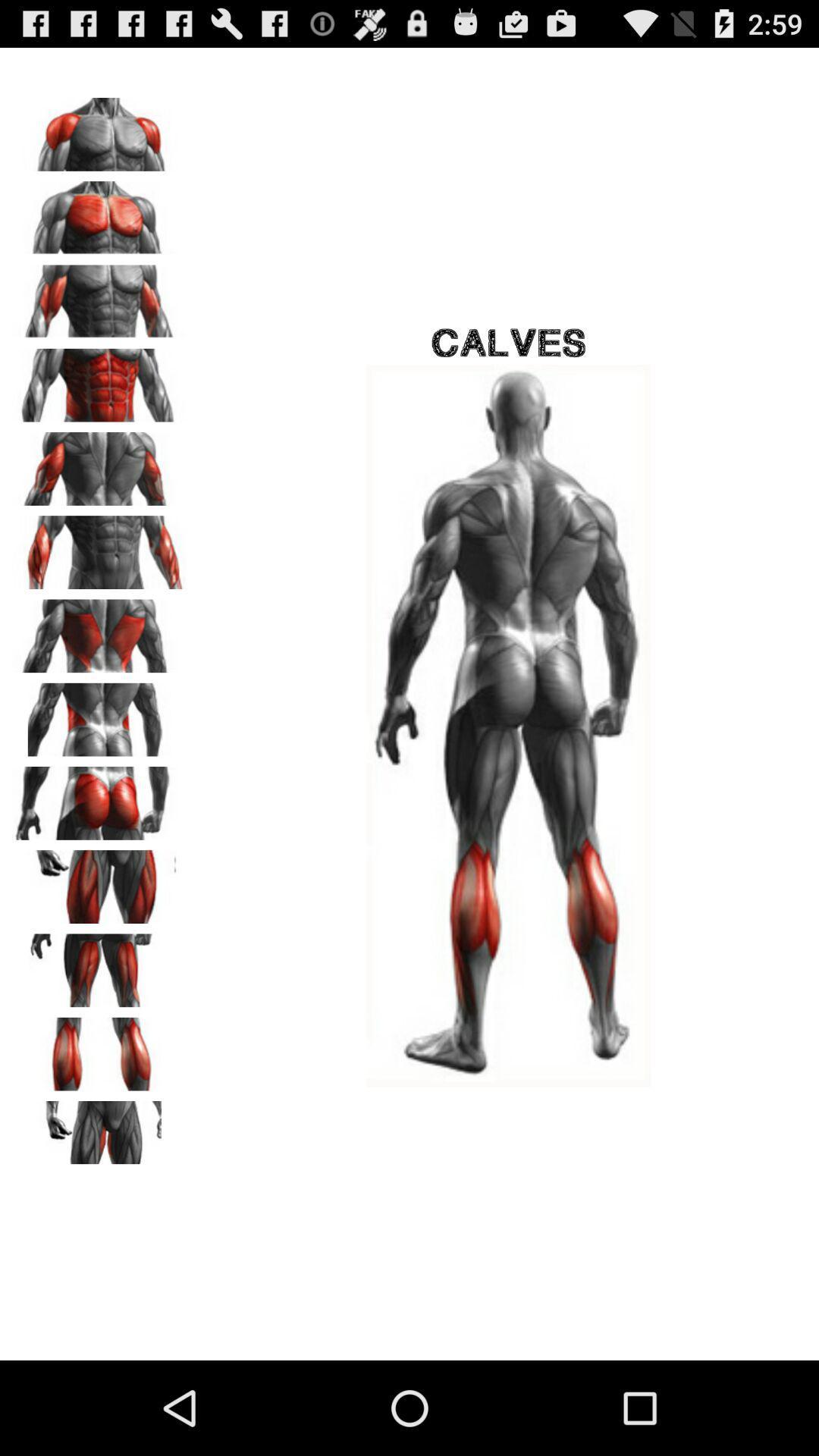 The width and height of the screenshot is (819, 1456). I want to click on choose option, so click(99, 881).